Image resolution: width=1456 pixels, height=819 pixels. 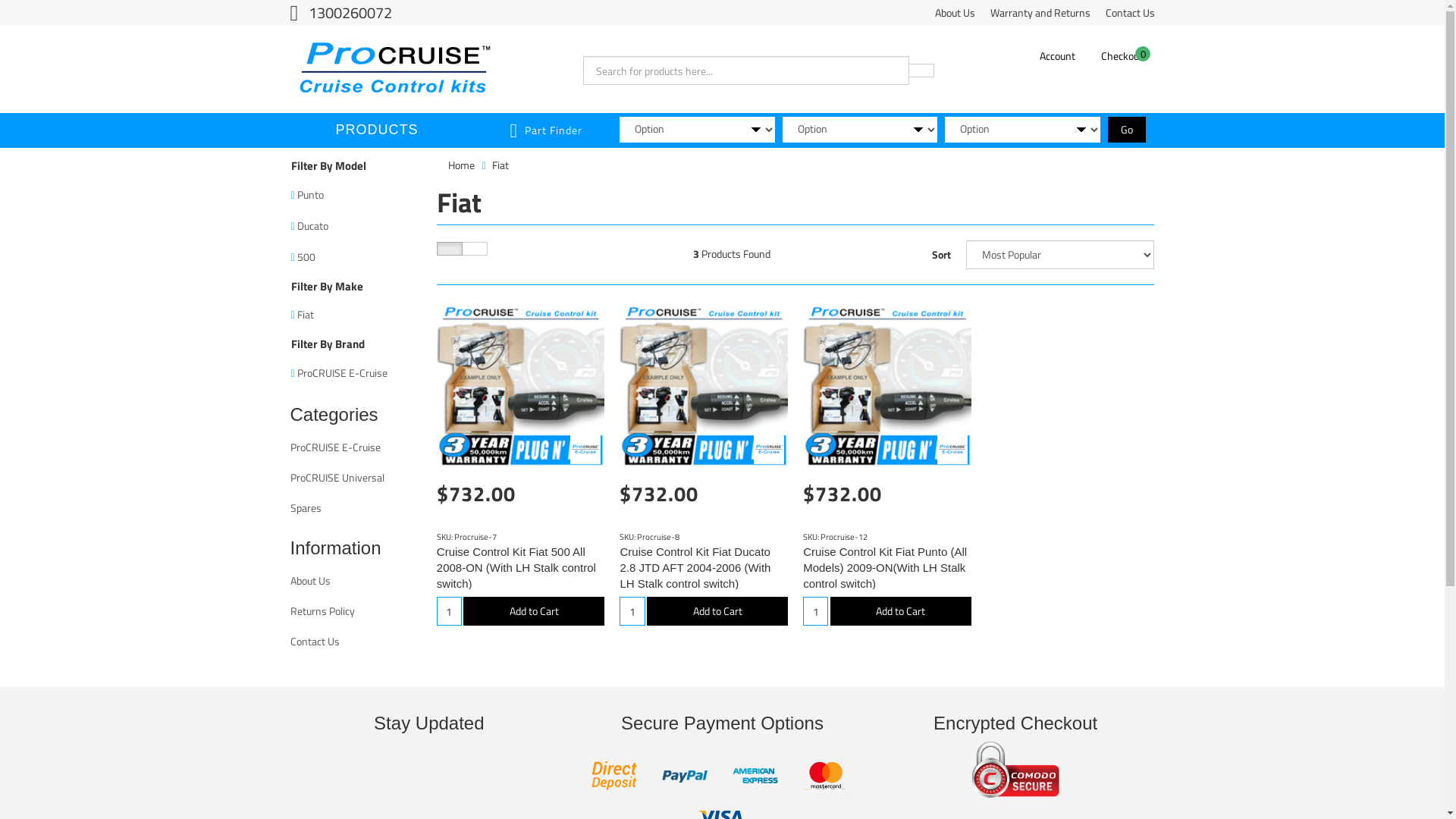 What do you see at coordinates (460, 165) in the screenshot?
I see `'Home'` at bounding box center [460, 165].